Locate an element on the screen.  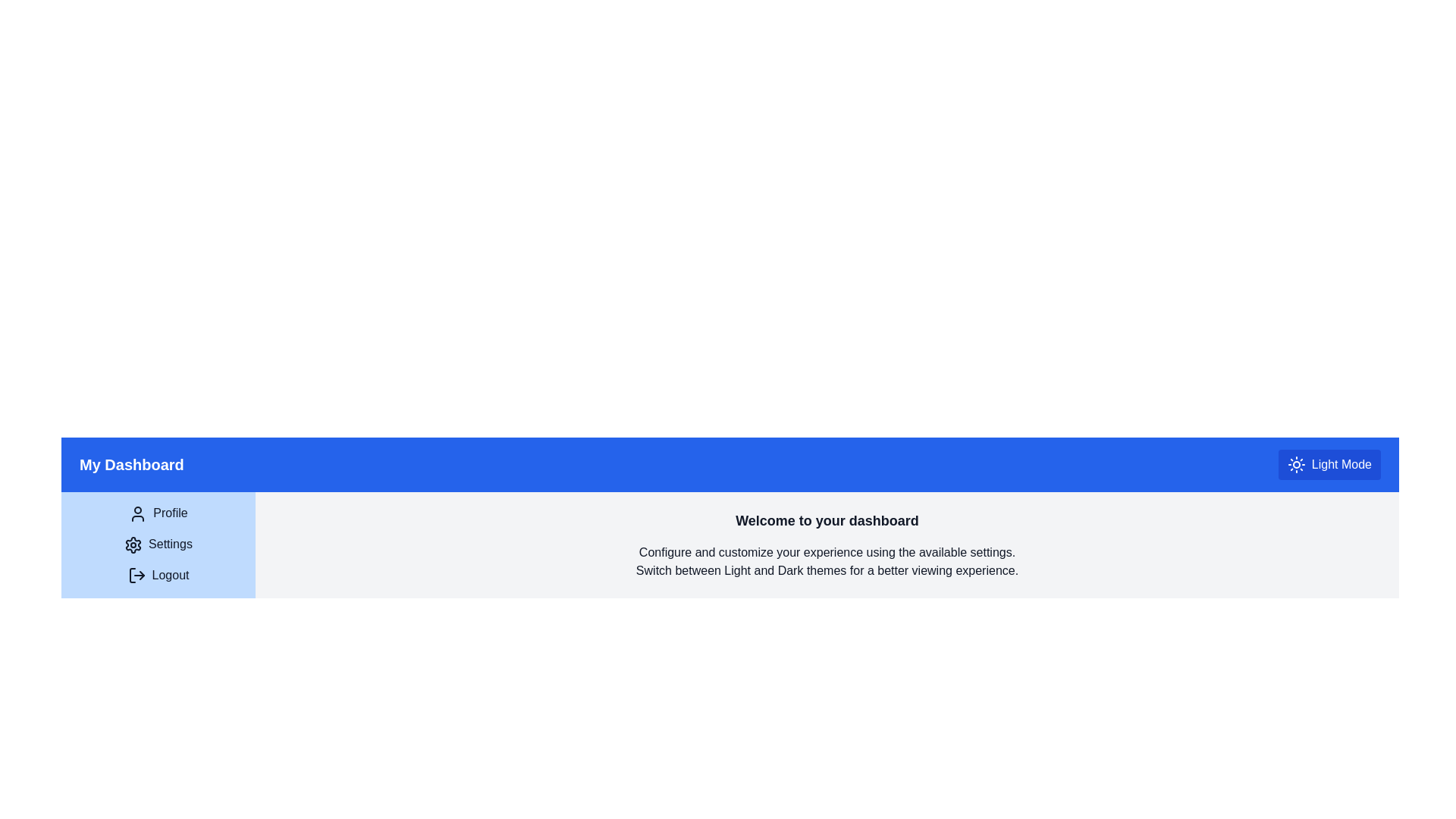
the logout icon, which is a minimalist door and arrow design, located to the left of the text label 'Logout' in the left sidebar navigation menu is located at coordinates (136, 576).